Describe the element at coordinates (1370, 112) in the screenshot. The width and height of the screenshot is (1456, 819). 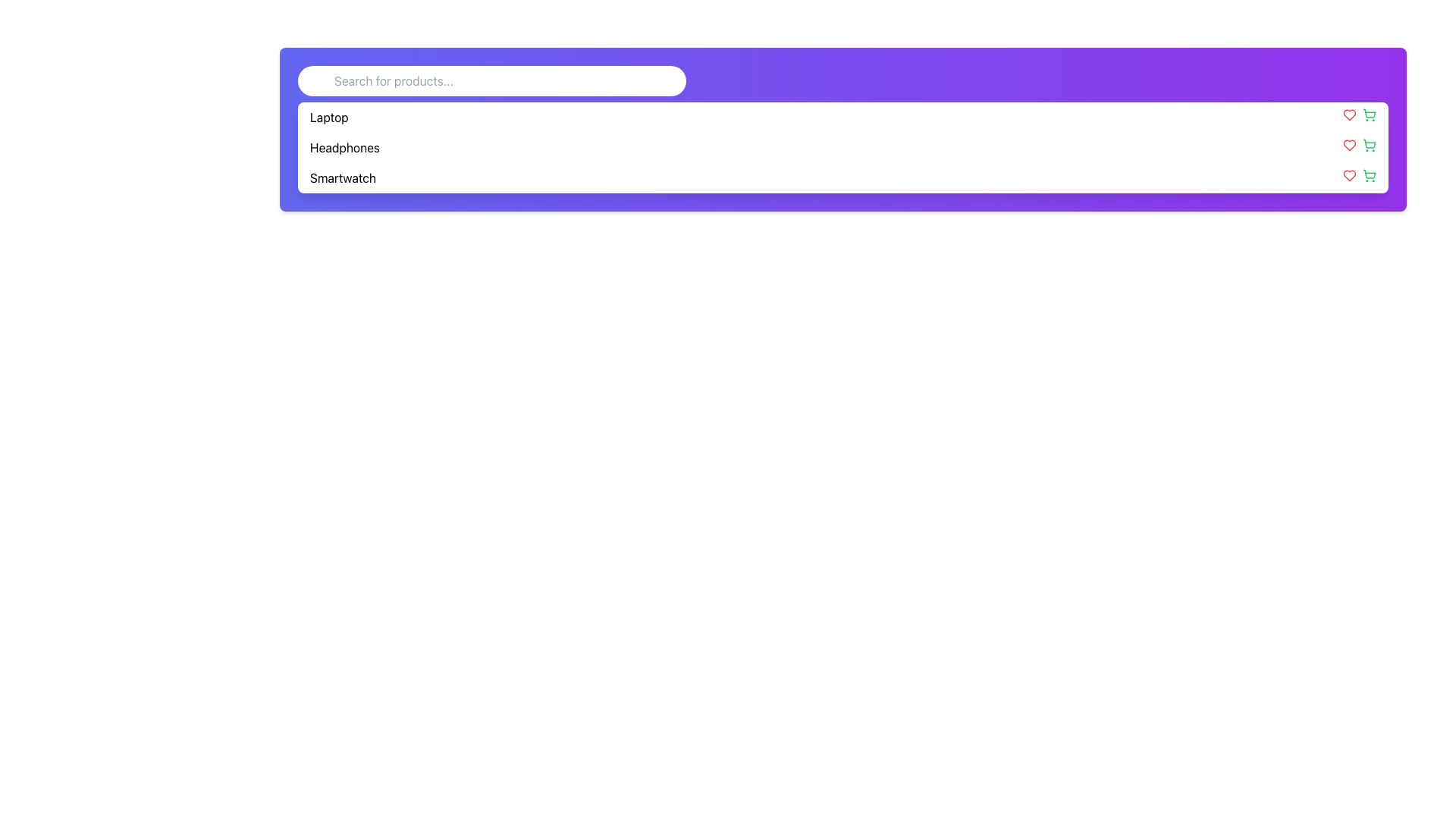
I see `the body section of the shopping cart icon, which is recognizable by its green outline and located at the far right of a horizontal list of icons` at that location.